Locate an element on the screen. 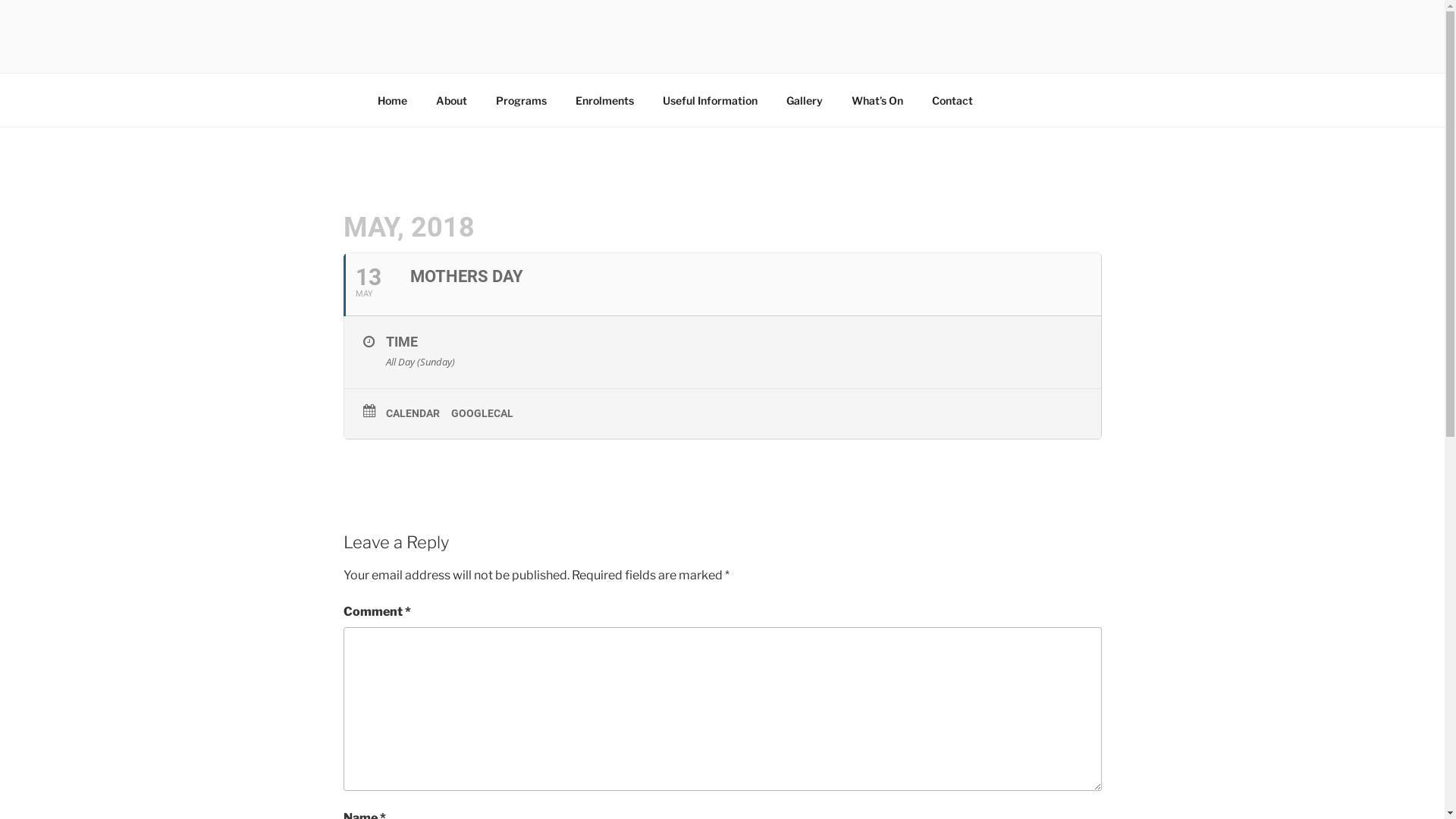  'Programs' is located at coordinates (520, 100).